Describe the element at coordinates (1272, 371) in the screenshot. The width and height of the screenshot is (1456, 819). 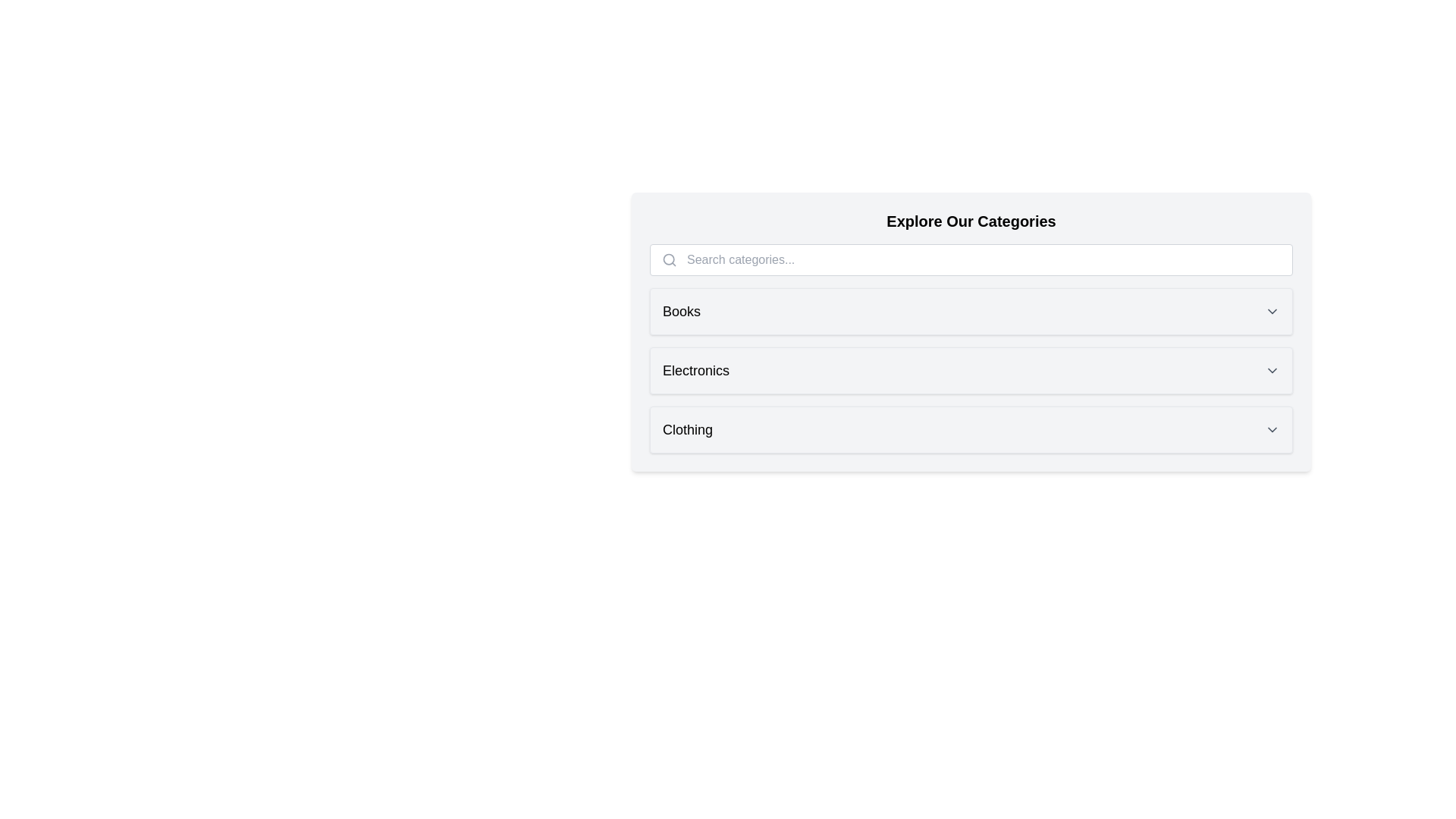
I see `the chevron of the category Electronics to expand or collapse it` at that location.